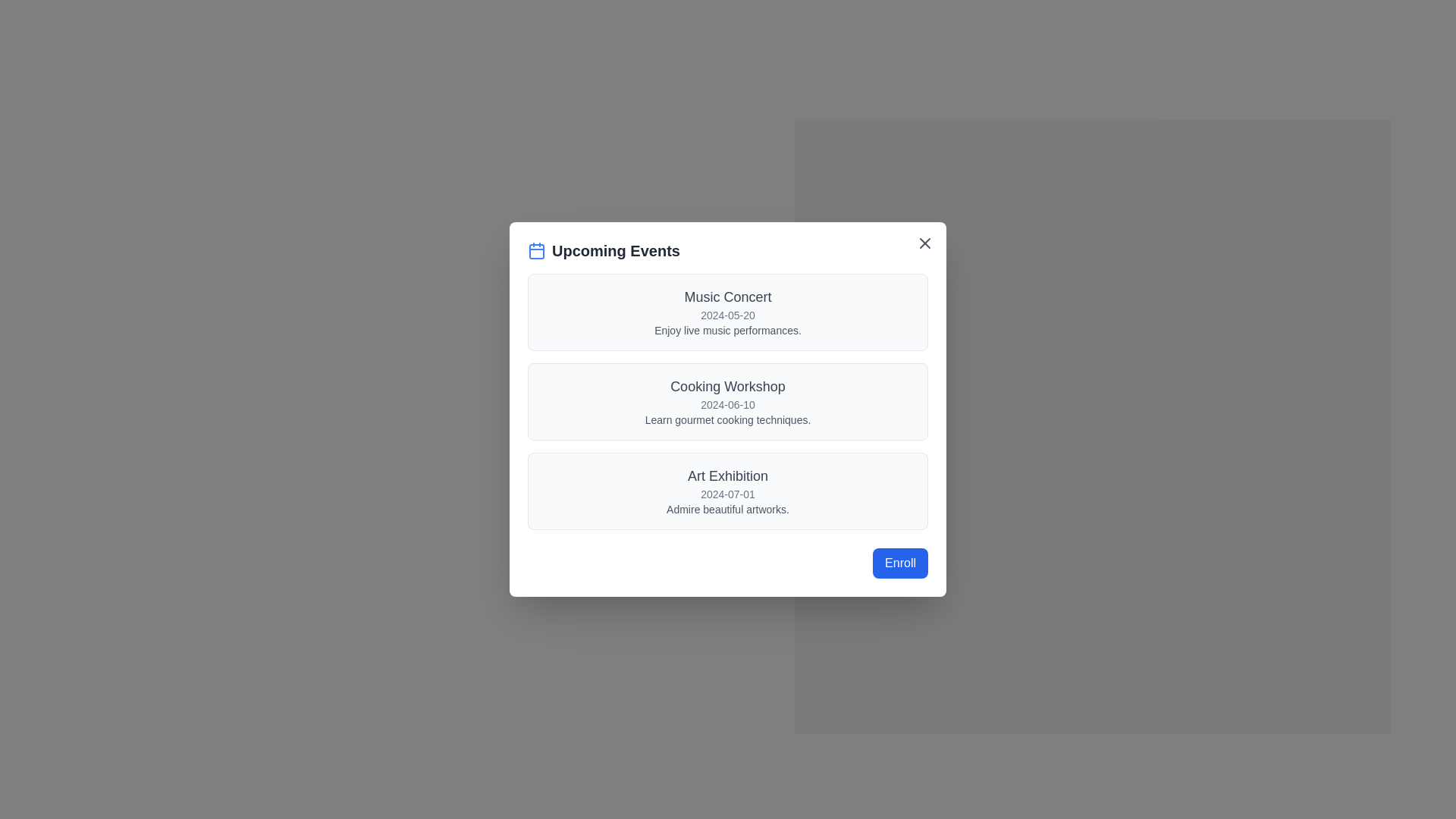 This screenshot has height=819, width=1456. Describe the element at coordinates (537, 250) in the screenshot. I see `the blue calendar icon located to the left of the 'Upcoming Events' text as a visual cue` at that location.